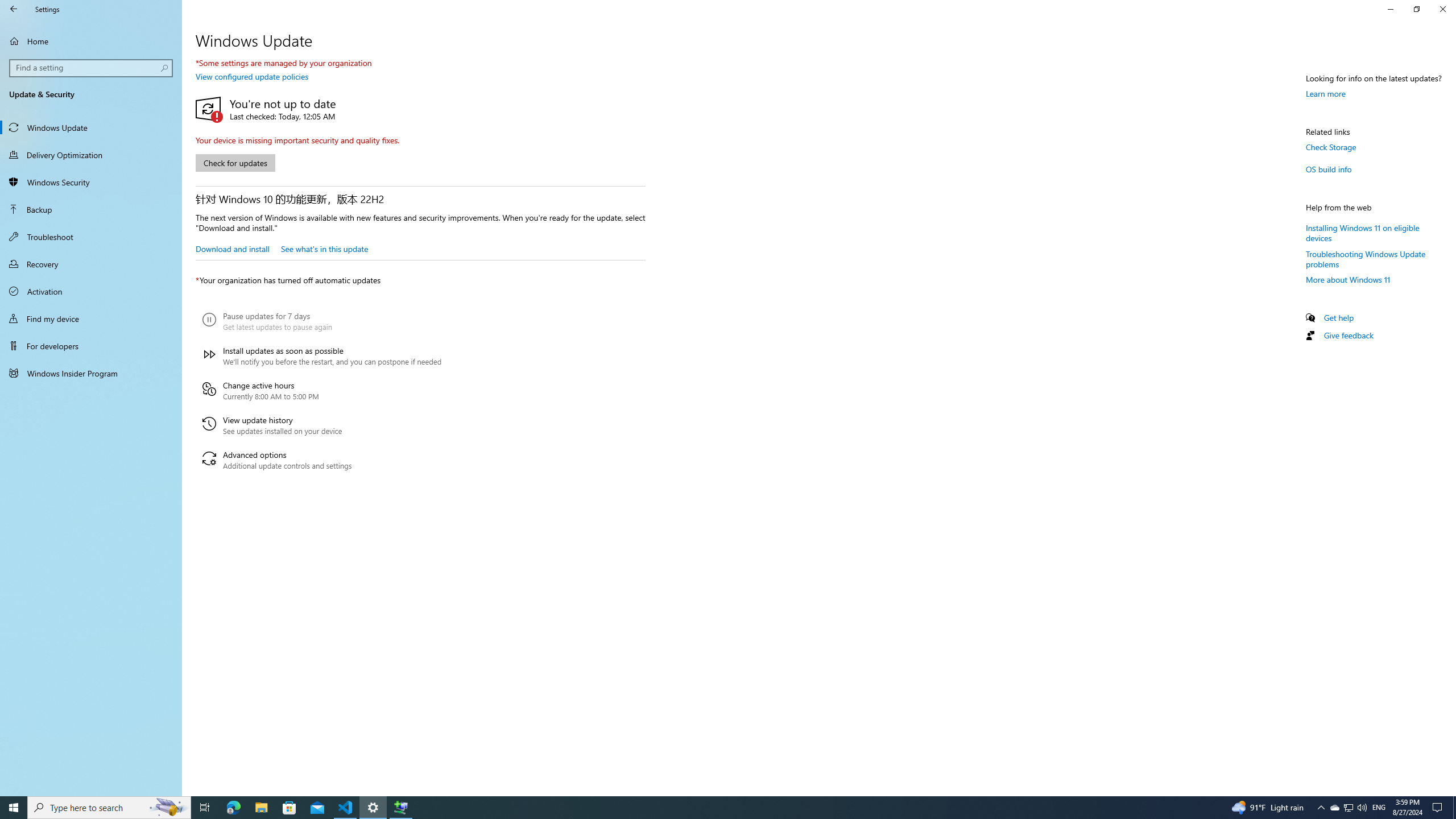  I want to click on 'Change active hours', so click(321, 390).